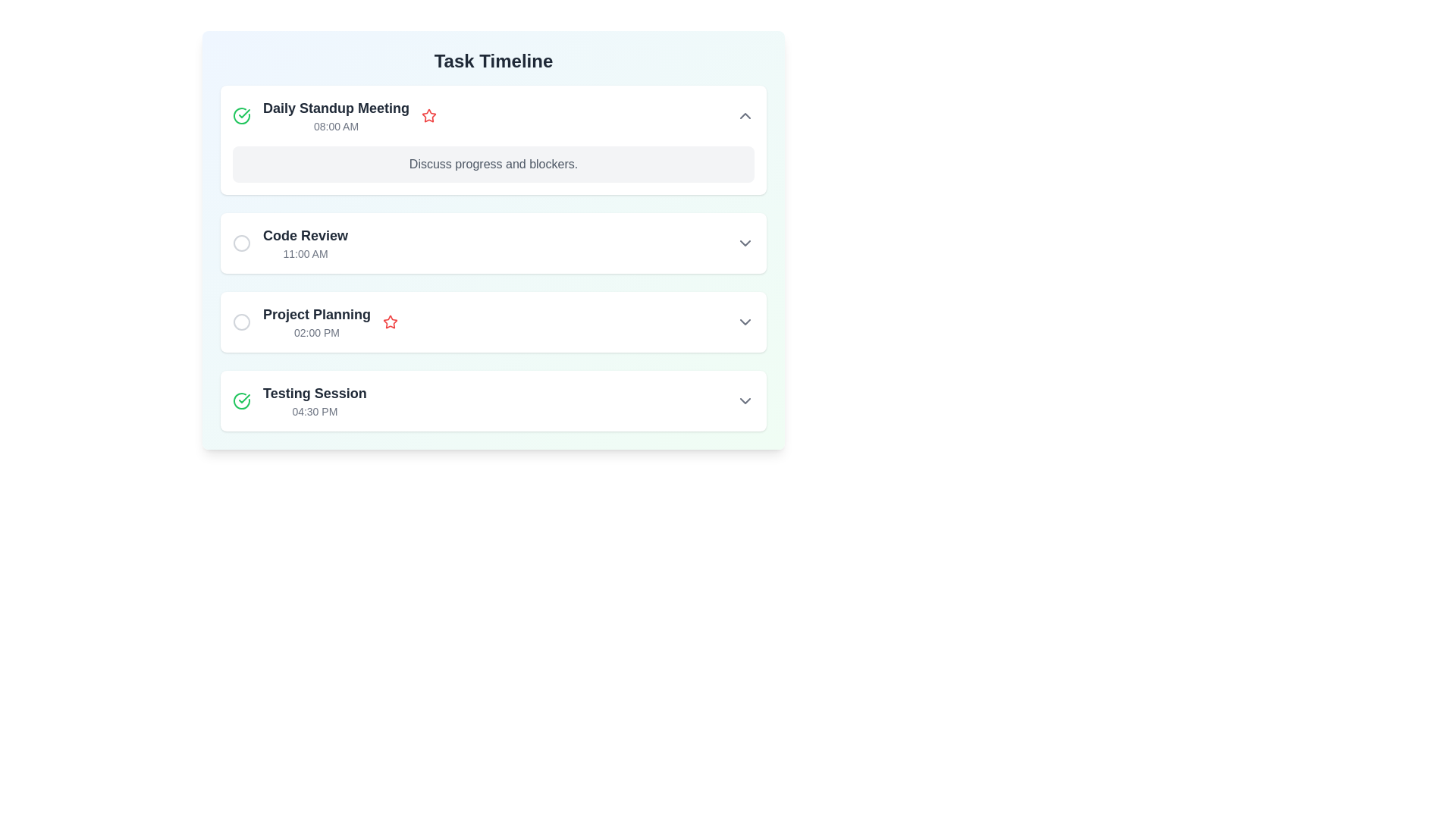  What do you see at coordinates (428, 115) in the screenshot?
I see `the star icon indicating priority for the 'Daily Standup Meeting'` at bounding box center [428, 115].